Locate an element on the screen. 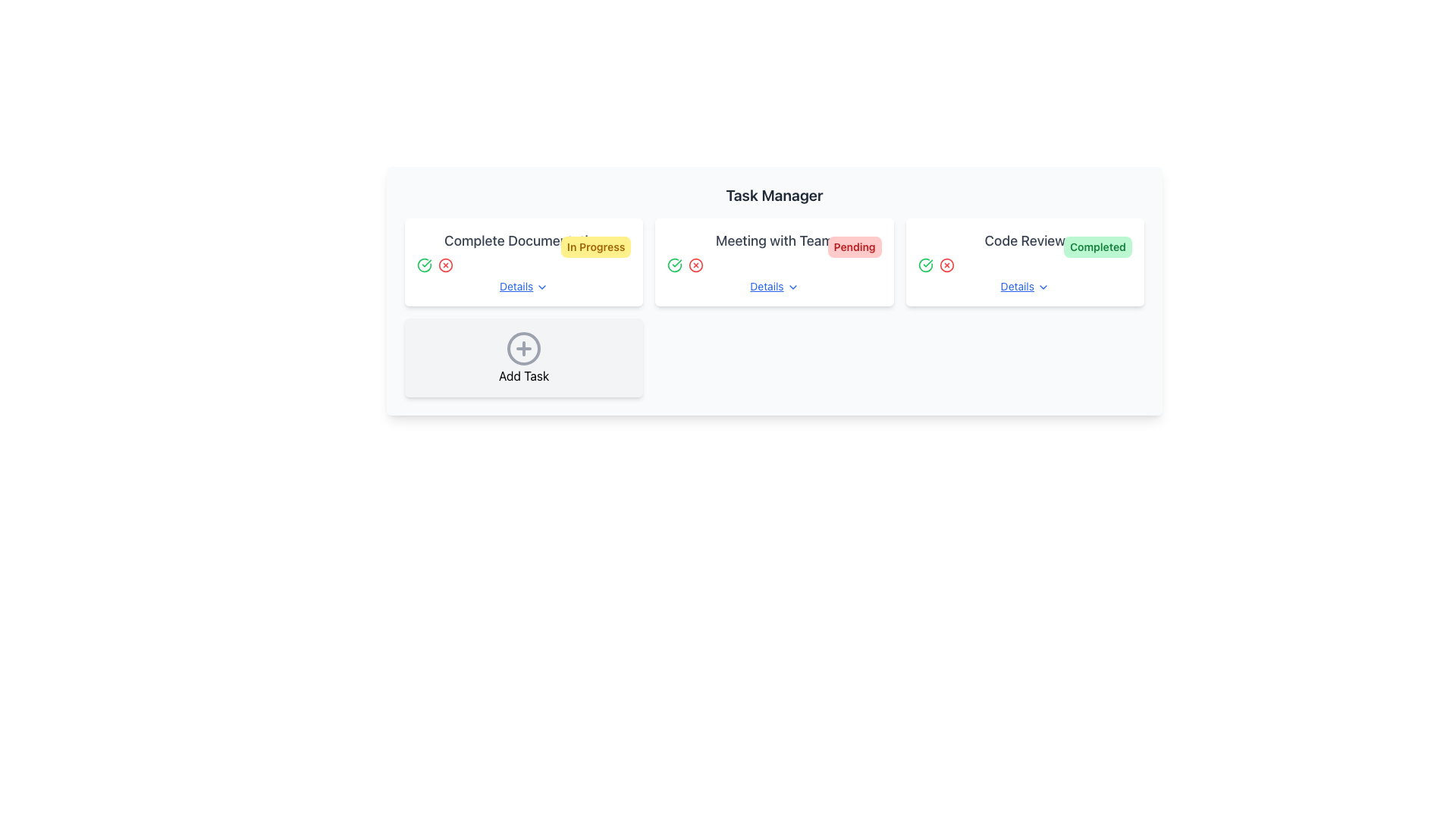  the Chevron Down icon is located at coordinates (1042, 287).